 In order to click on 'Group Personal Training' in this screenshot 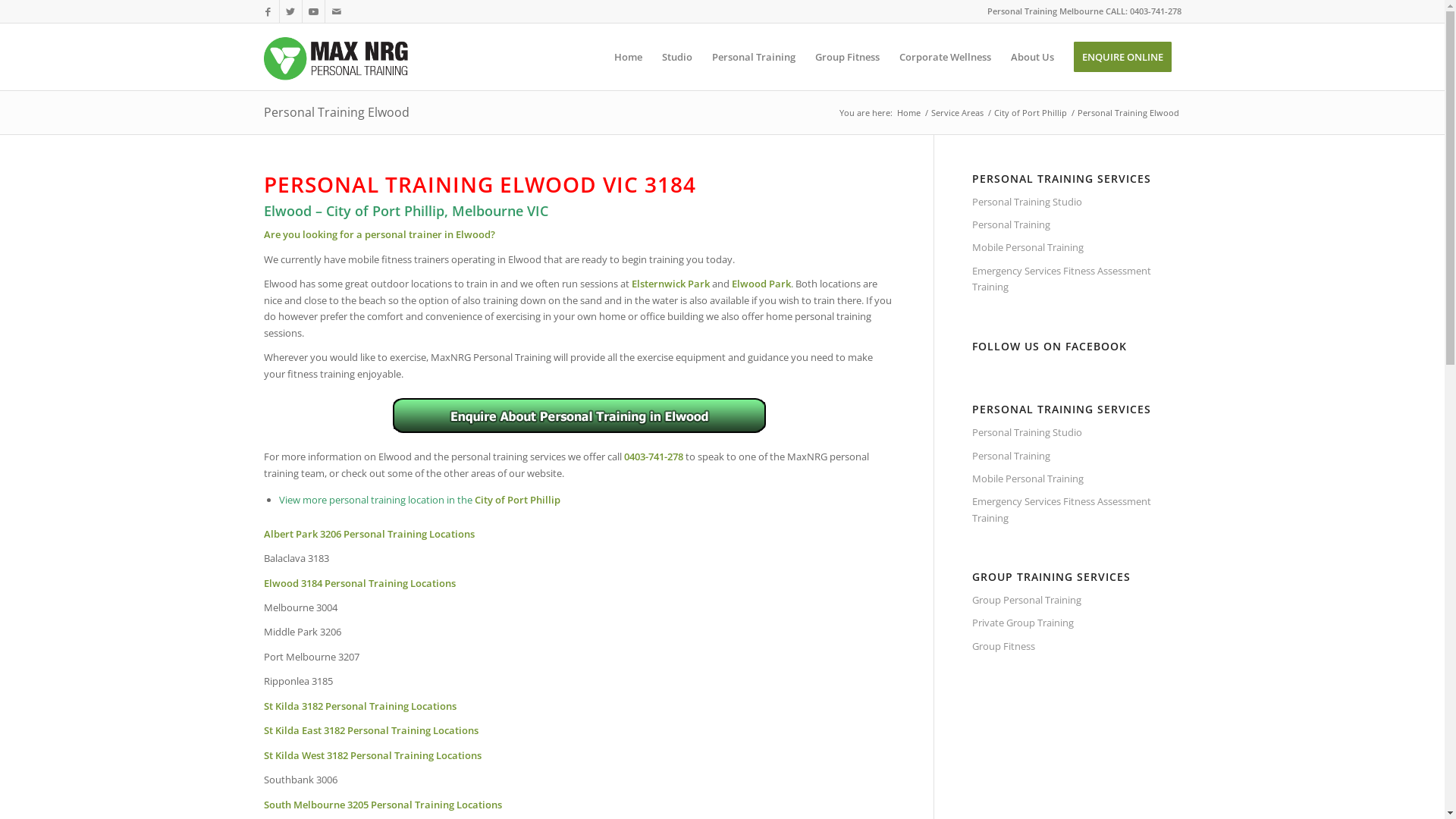, I will do `click(1076, 599)`.